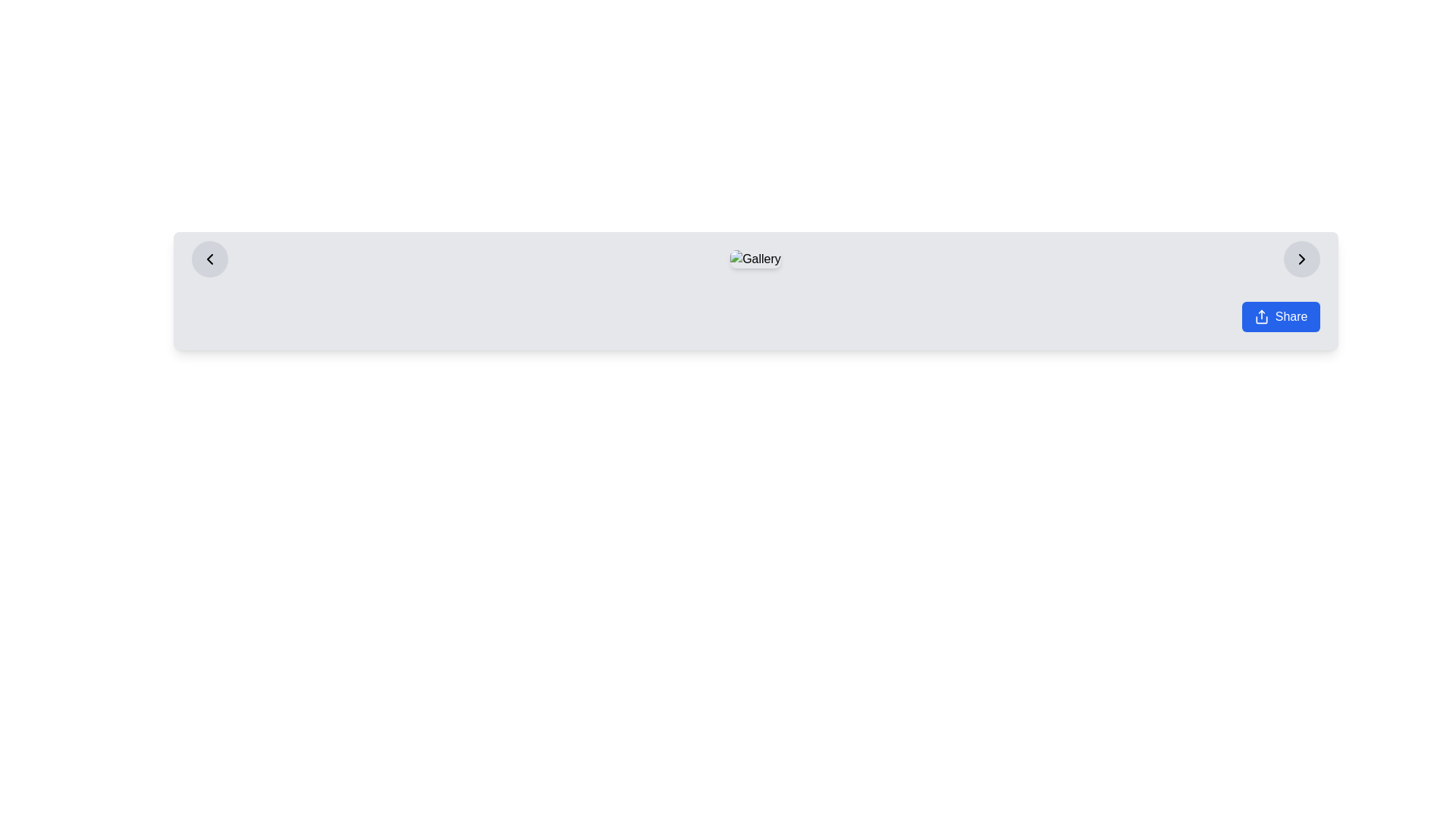 Image resolution: width=1456 pixels, height=819 pixels. Describe the element at coordinates (755, 259) in the screenshot. I see `the 'Gallery' thumbnail image with rounded corners and shadow effect, which is centrally aligned within the horizontal bar` at that location.